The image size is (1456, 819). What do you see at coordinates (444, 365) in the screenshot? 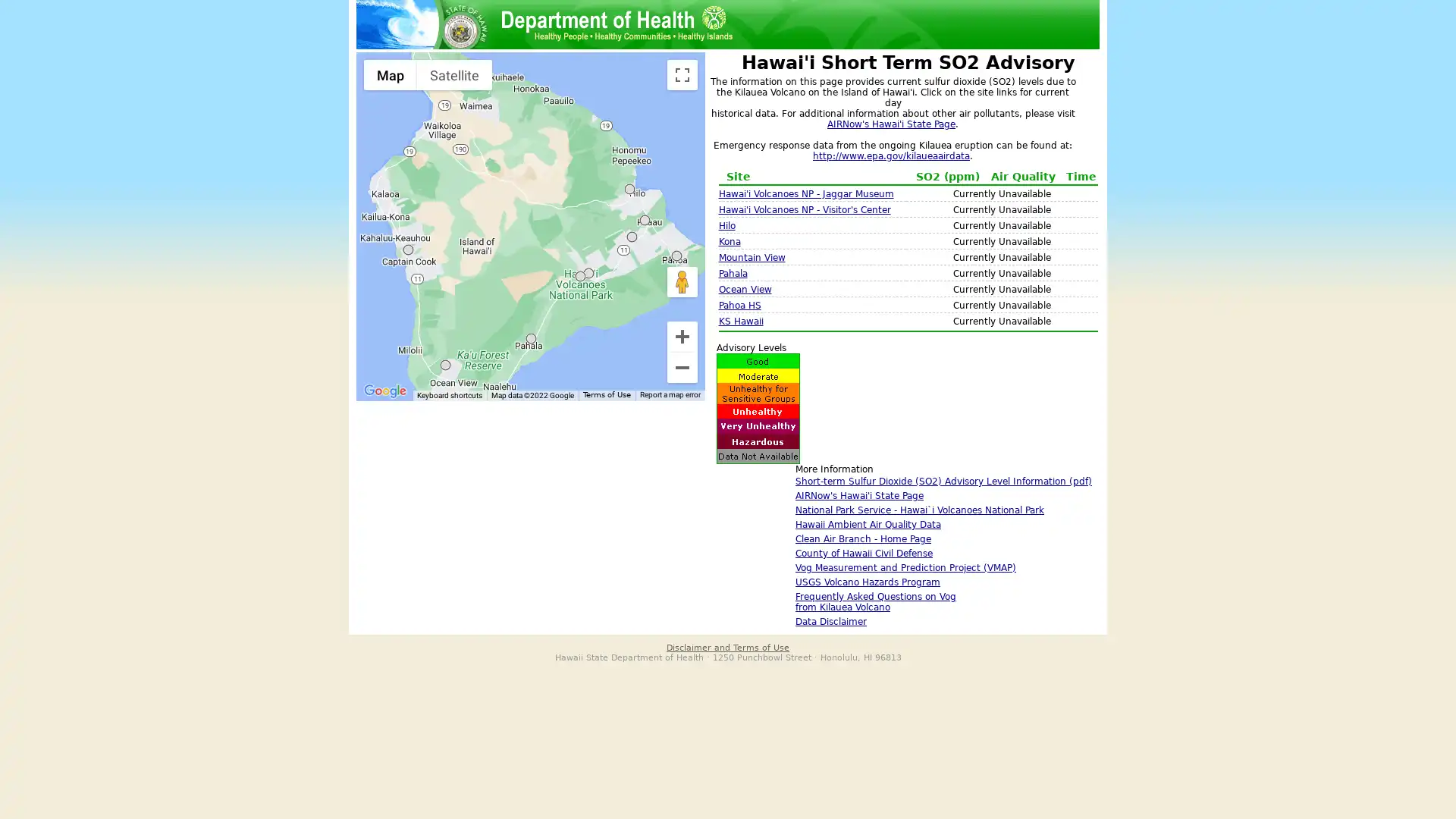
I see `Ocean View: No Data` at bounding box center [444, 365].